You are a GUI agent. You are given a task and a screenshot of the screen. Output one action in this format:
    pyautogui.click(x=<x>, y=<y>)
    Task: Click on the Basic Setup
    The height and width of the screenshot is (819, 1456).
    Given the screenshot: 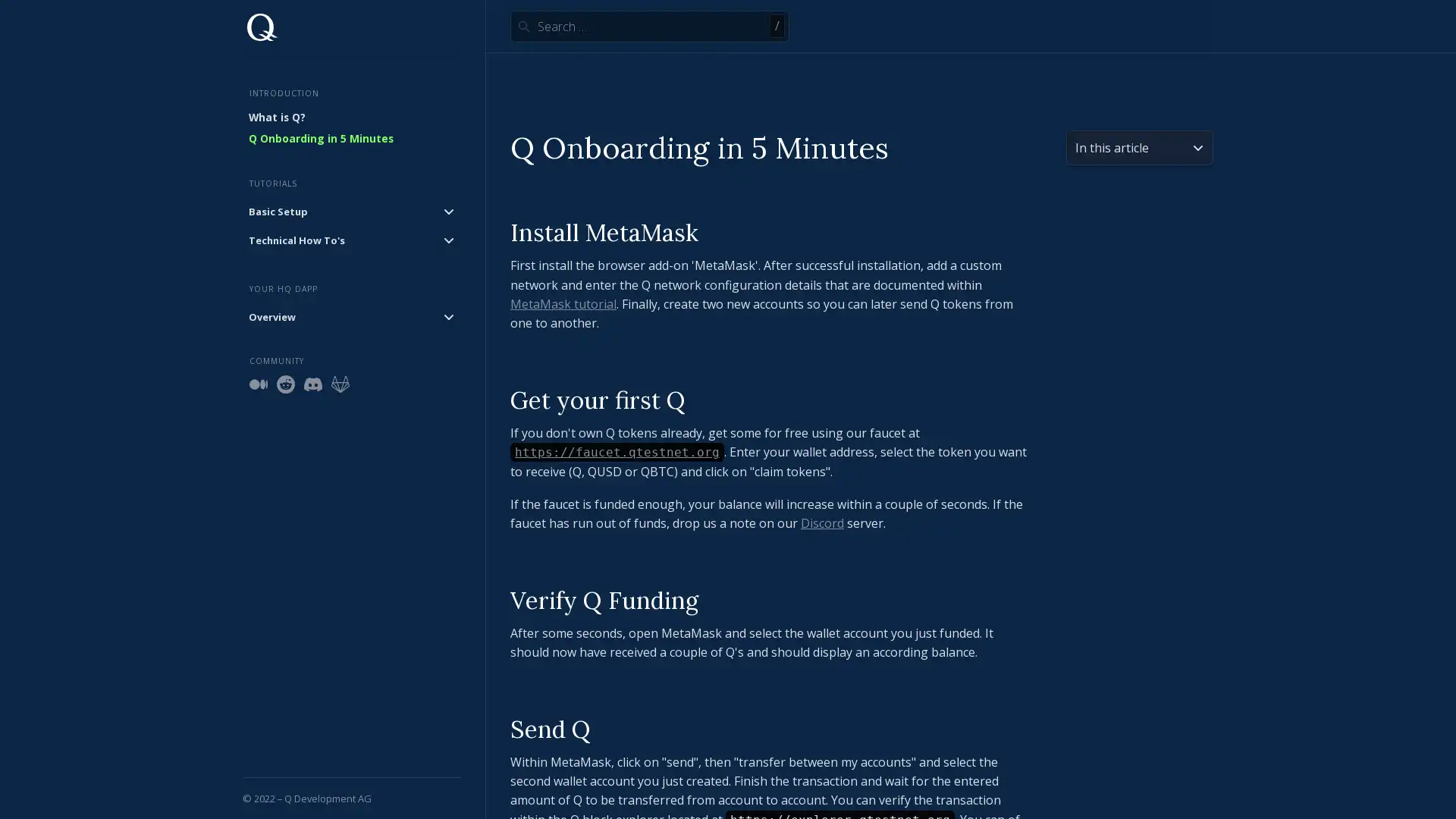 What is the action you would take?
    pyautogui.click(x=351, y=210)
    